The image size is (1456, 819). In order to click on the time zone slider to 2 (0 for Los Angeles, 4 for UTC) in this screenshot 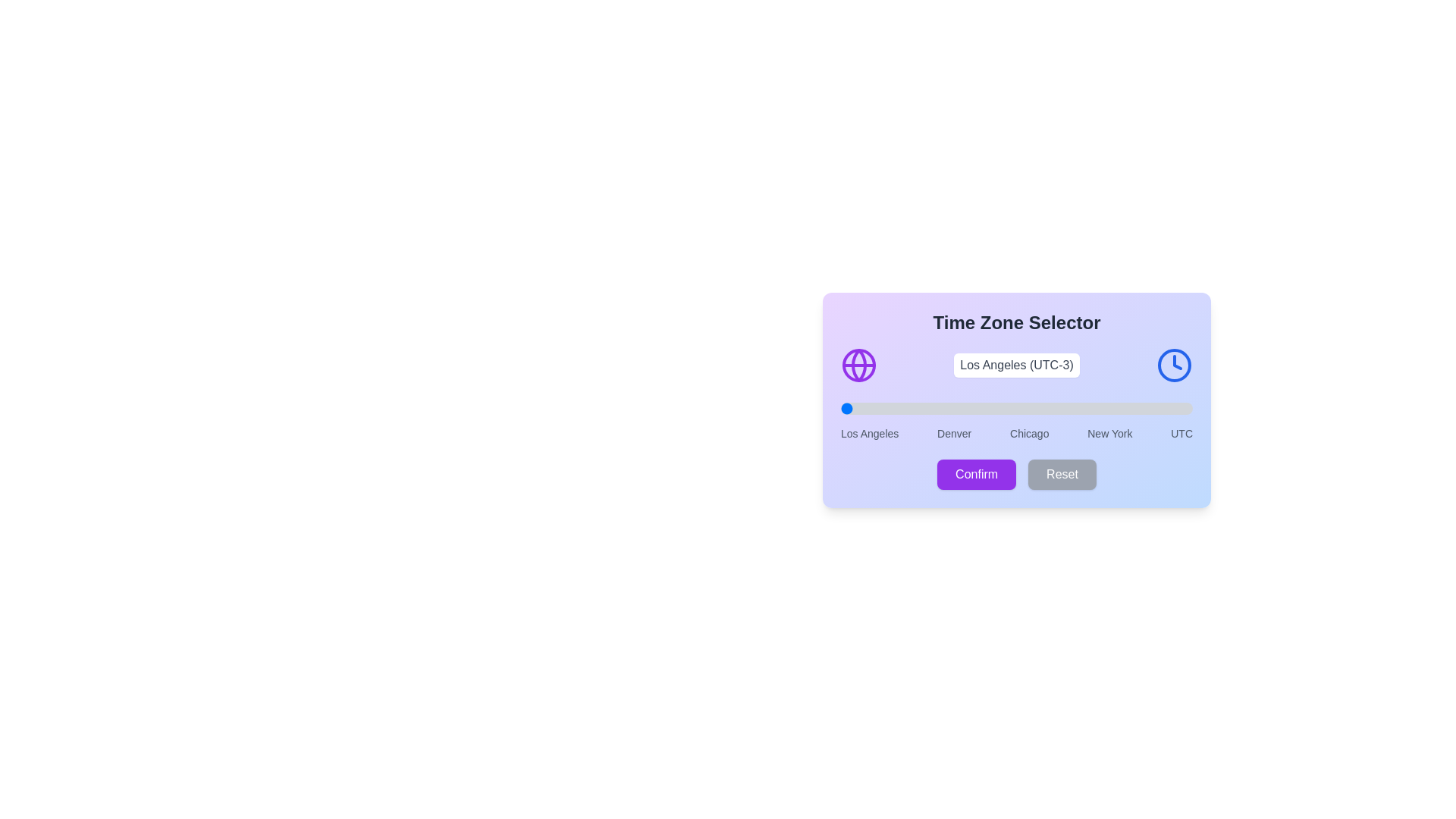, I will do `click(1016, 408)`.